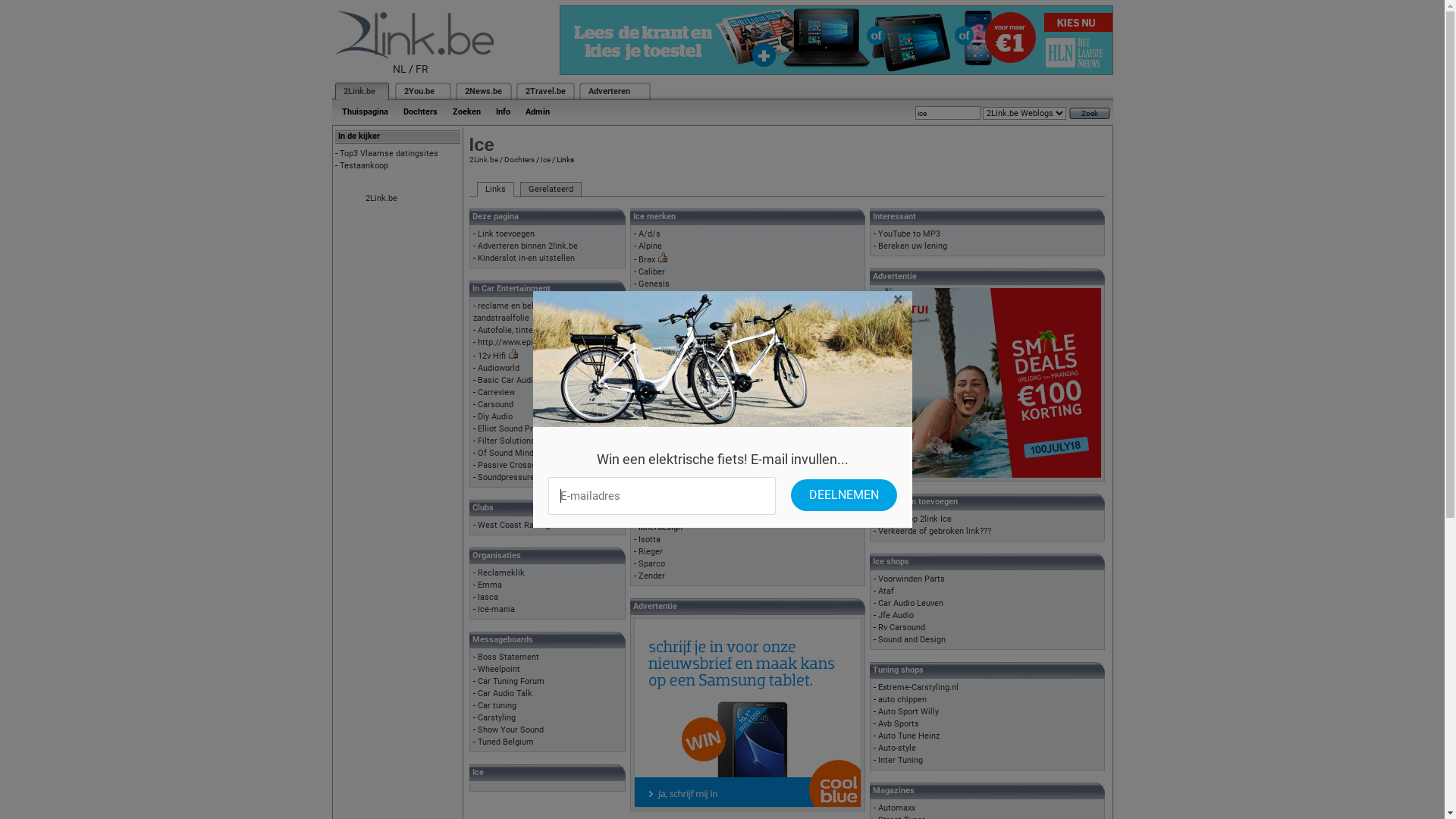 The height and width of the screenshot is (819, 1456). What do you see at coordinates (1088, 112) in the screenshot?
I see `'Zoek'` at bounding box center [1088, 112].